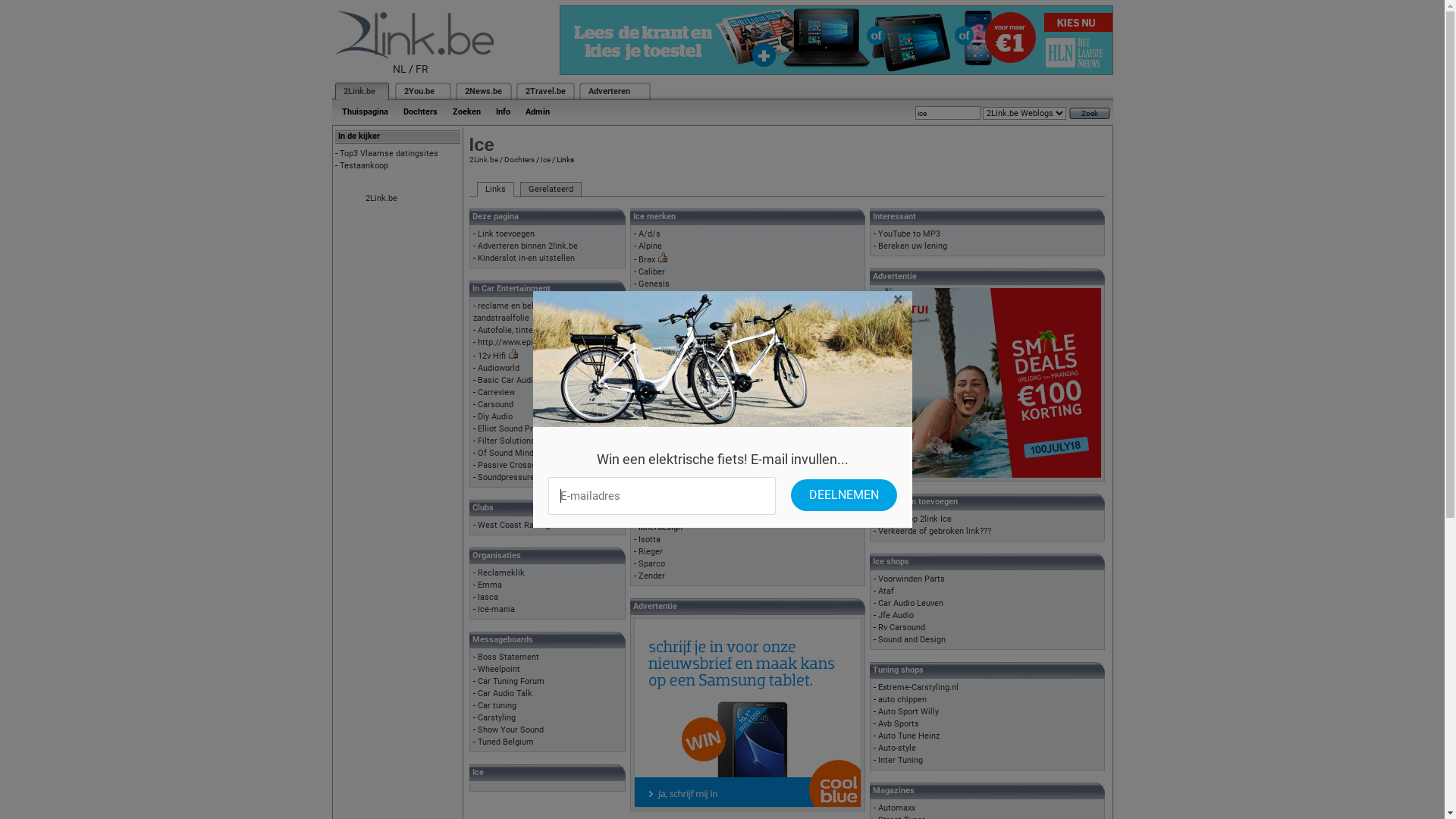 The height and width of the screenshot is (819, 1456). What do you see at coordinates (1088, 112) in the screenshot?
I see `'Zoek'` at bounding box center [1088, 112].